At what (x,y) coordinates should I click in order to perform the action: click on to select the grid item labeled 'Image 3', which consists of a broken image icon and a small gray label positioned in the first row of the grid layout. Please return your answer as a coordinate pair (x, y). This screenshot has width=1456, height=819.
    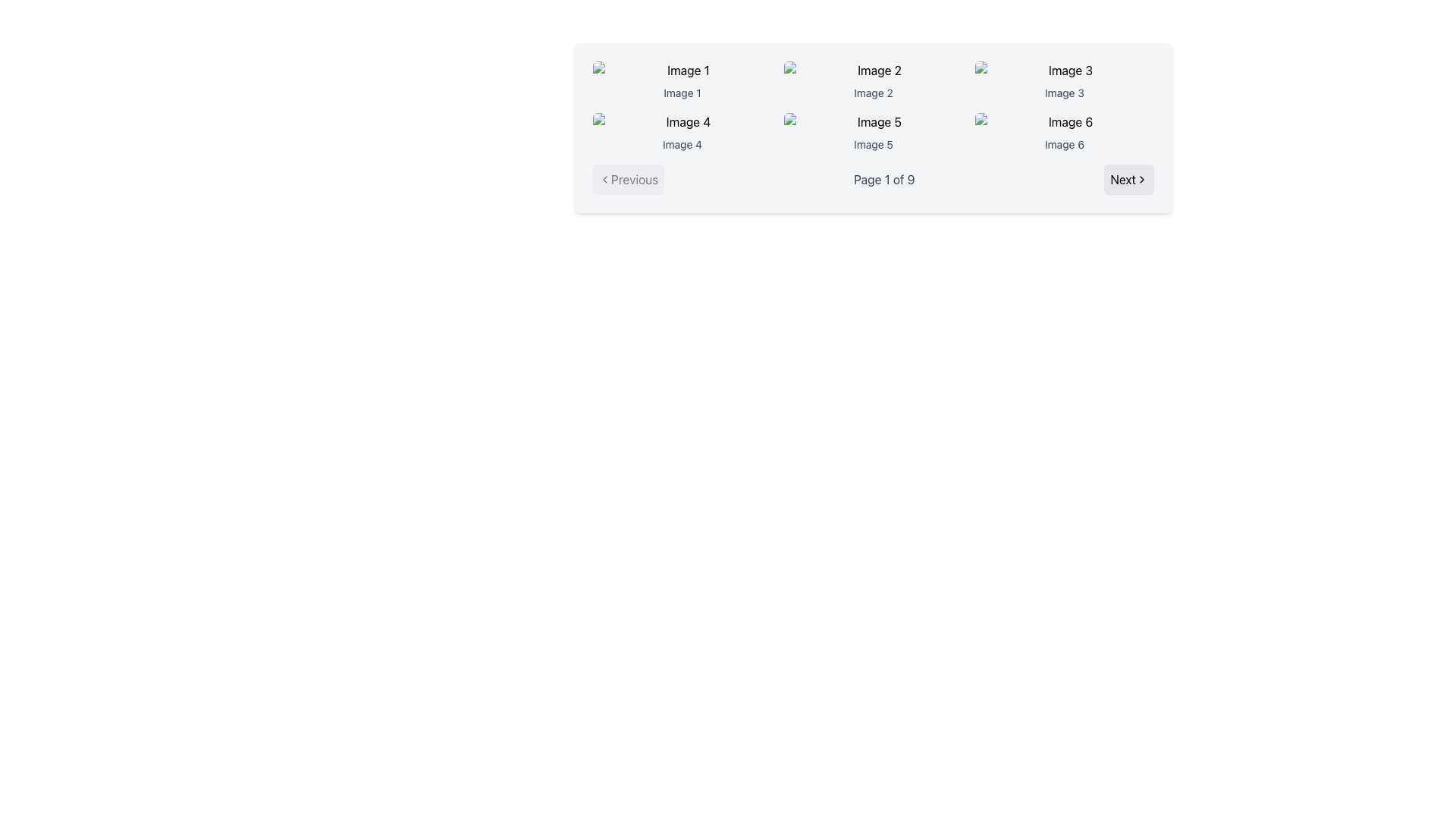
    Looking at the image, I should click on (1063, 81).